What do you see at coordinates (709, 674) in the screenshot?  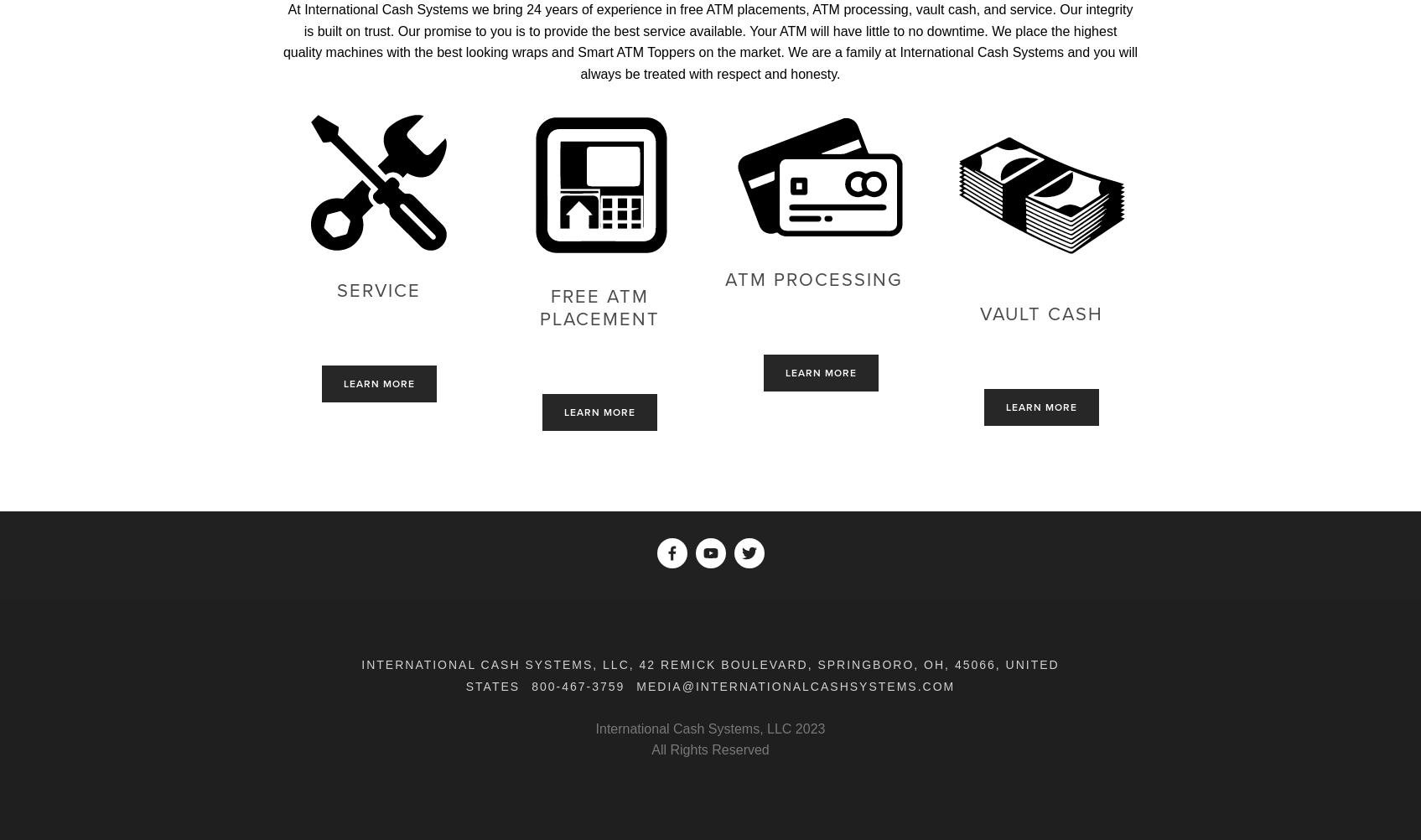 I see `'International Cash Systems, LLC, 42 Remick Boulevard, Springboro, OH, 45066, United States'` at bounding box center [709, 674].